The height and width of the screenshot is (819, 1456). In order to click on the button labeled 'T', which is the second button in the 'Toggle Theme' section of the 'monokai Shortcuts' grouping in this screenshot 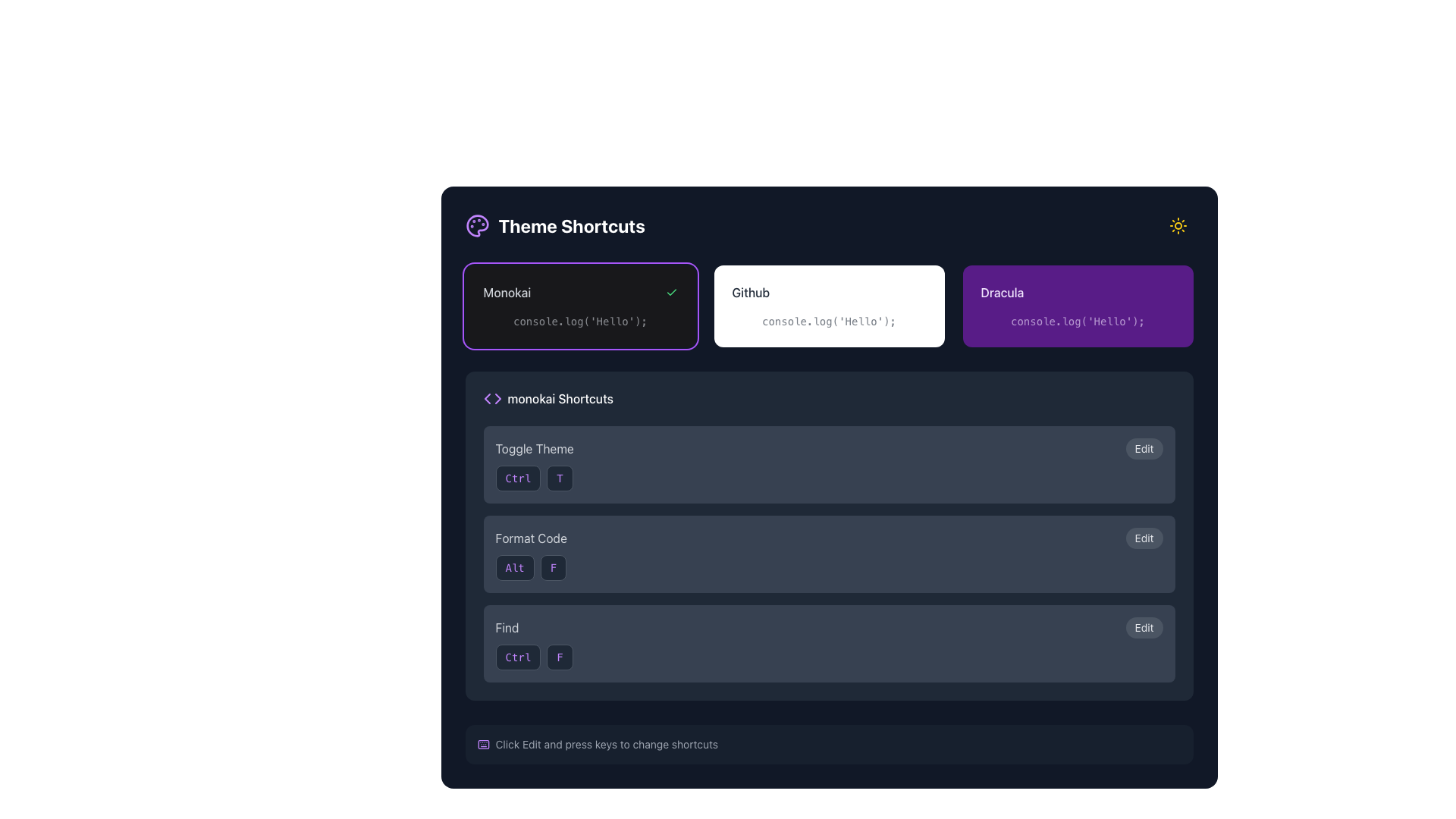, I will do `click(559, 479)`.